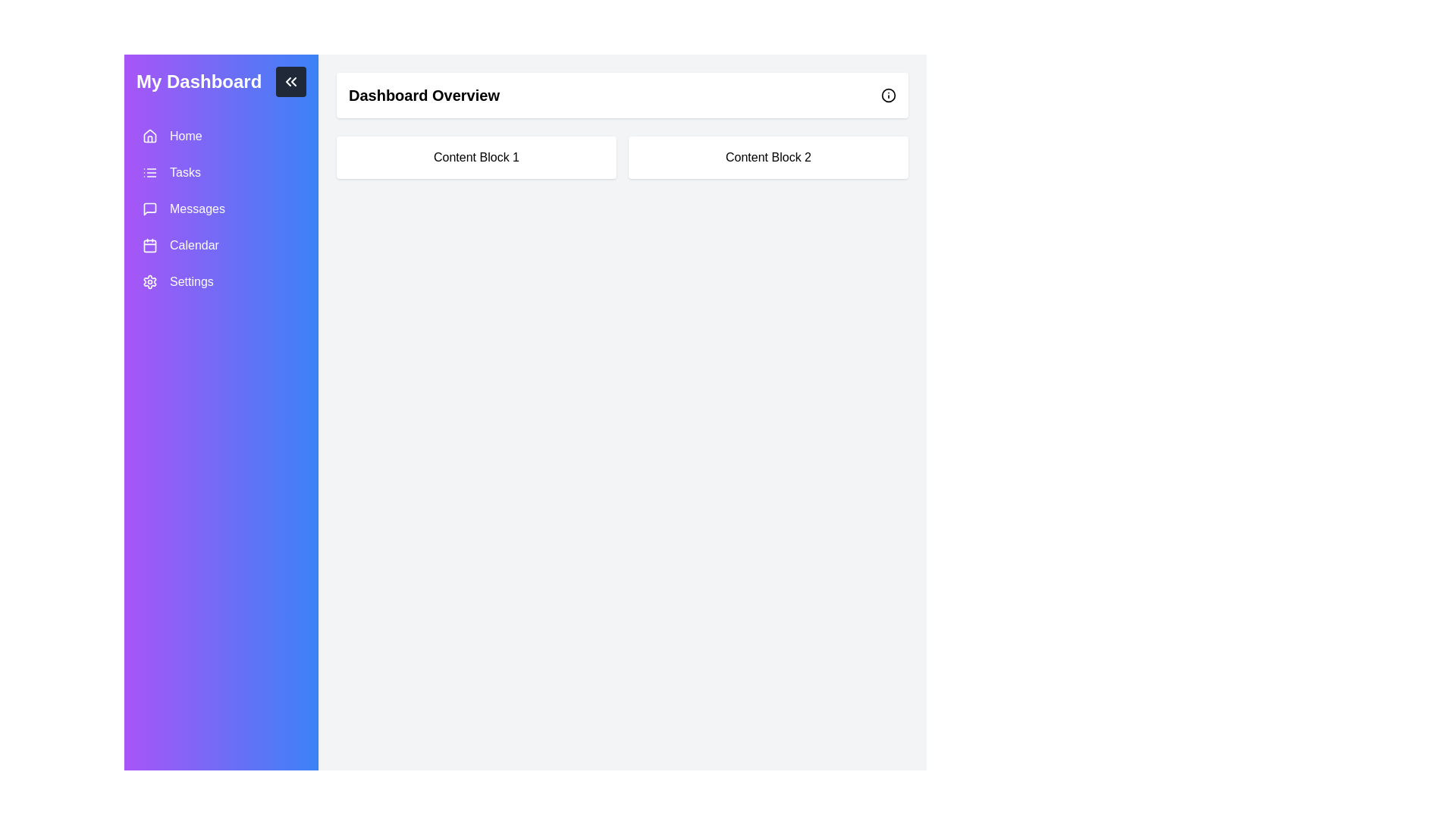 The image size is (1456, 819). Describe the element at coordinates (190, 281) in the screenshot. I see `the 'Settings' text label in the vertical navigation menu` at that location.